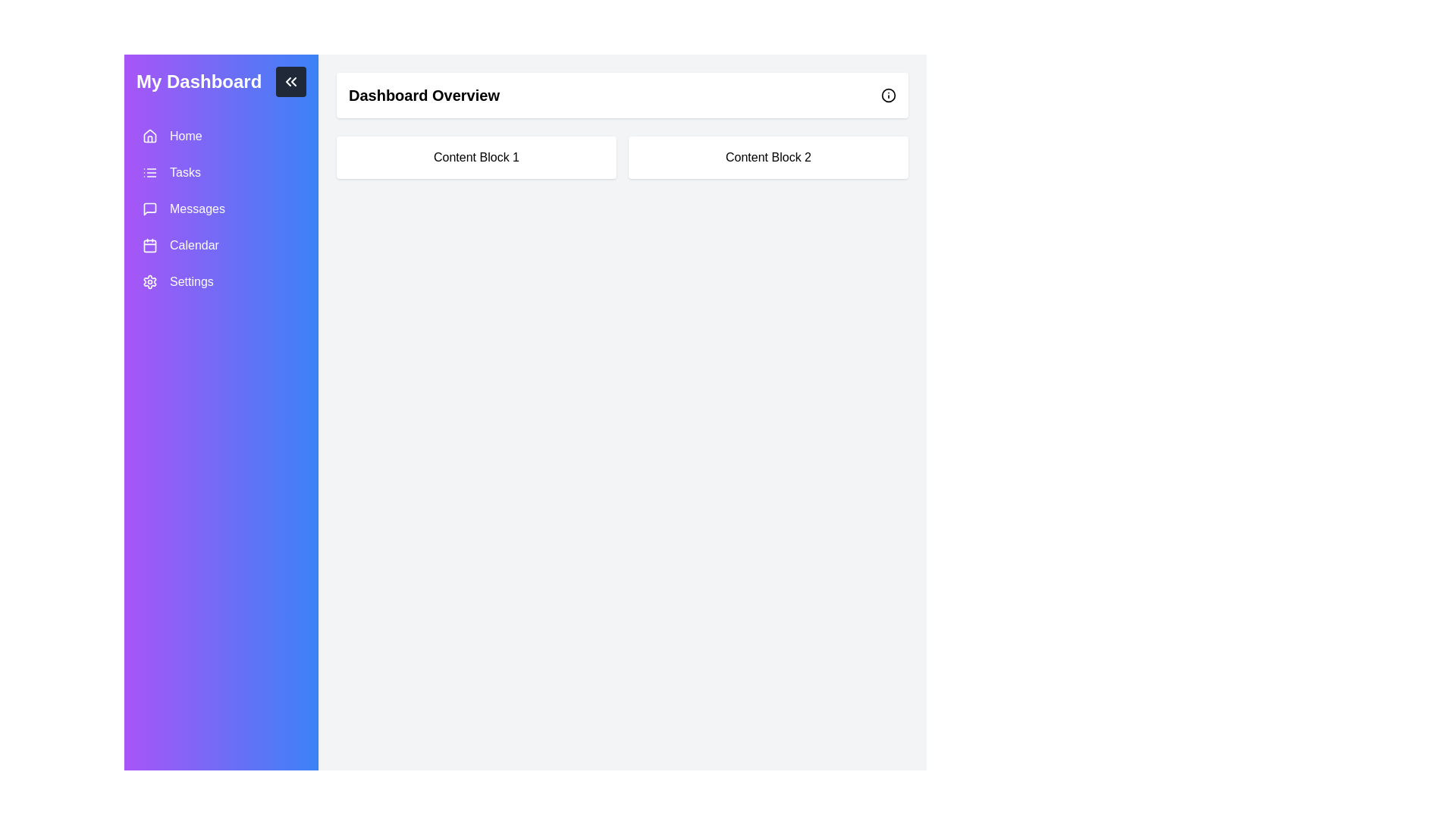 The image size is (1456, 819). Describe the element at coordinates (190, 281) in the screenshot. I see `the 'Settings' text label in the vertical navigation menu` at that location.